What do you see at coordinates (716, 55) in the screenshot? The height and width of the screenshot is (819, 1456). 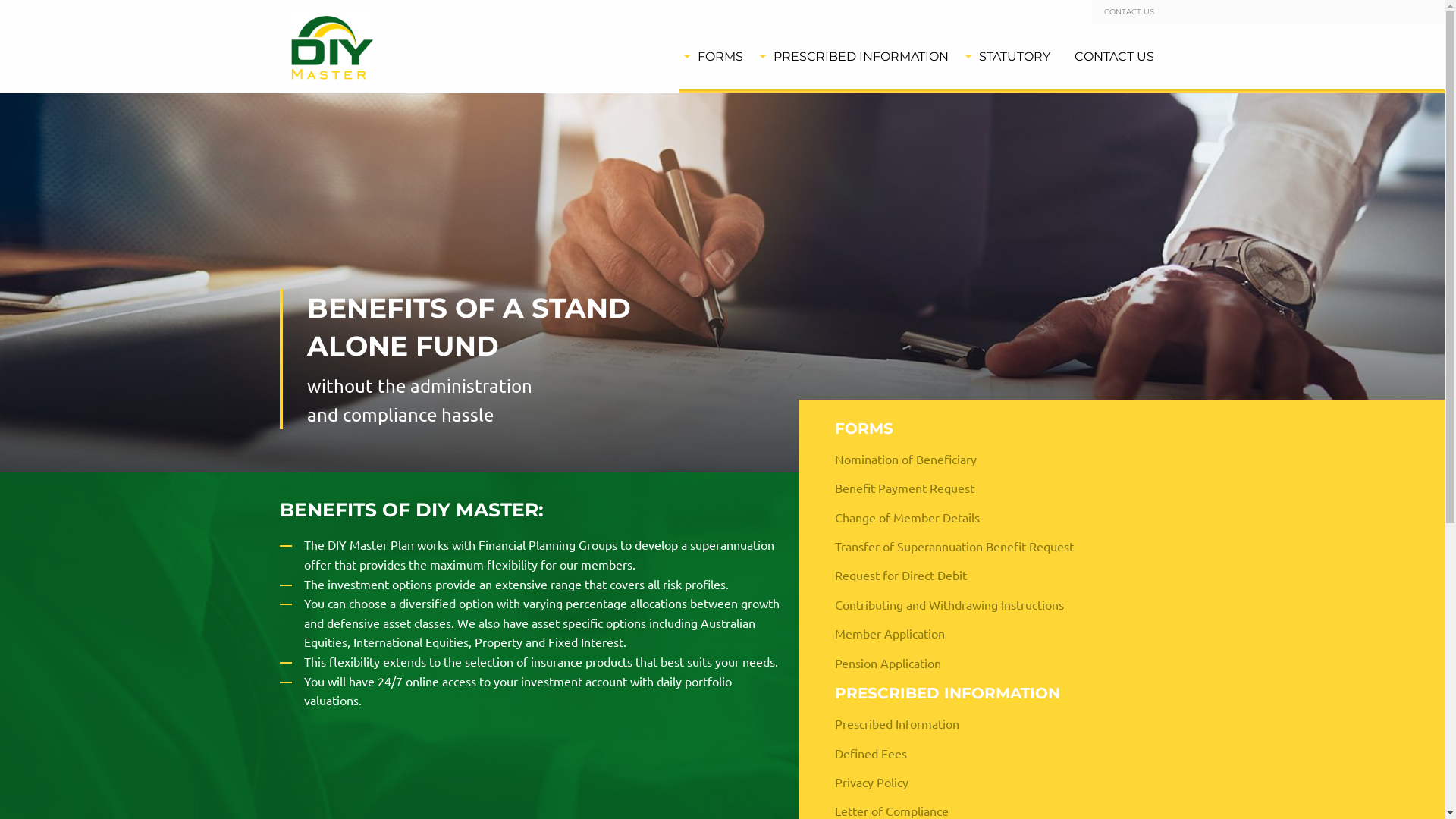 I see `'FORMS'` at bounding box center [716, 55].